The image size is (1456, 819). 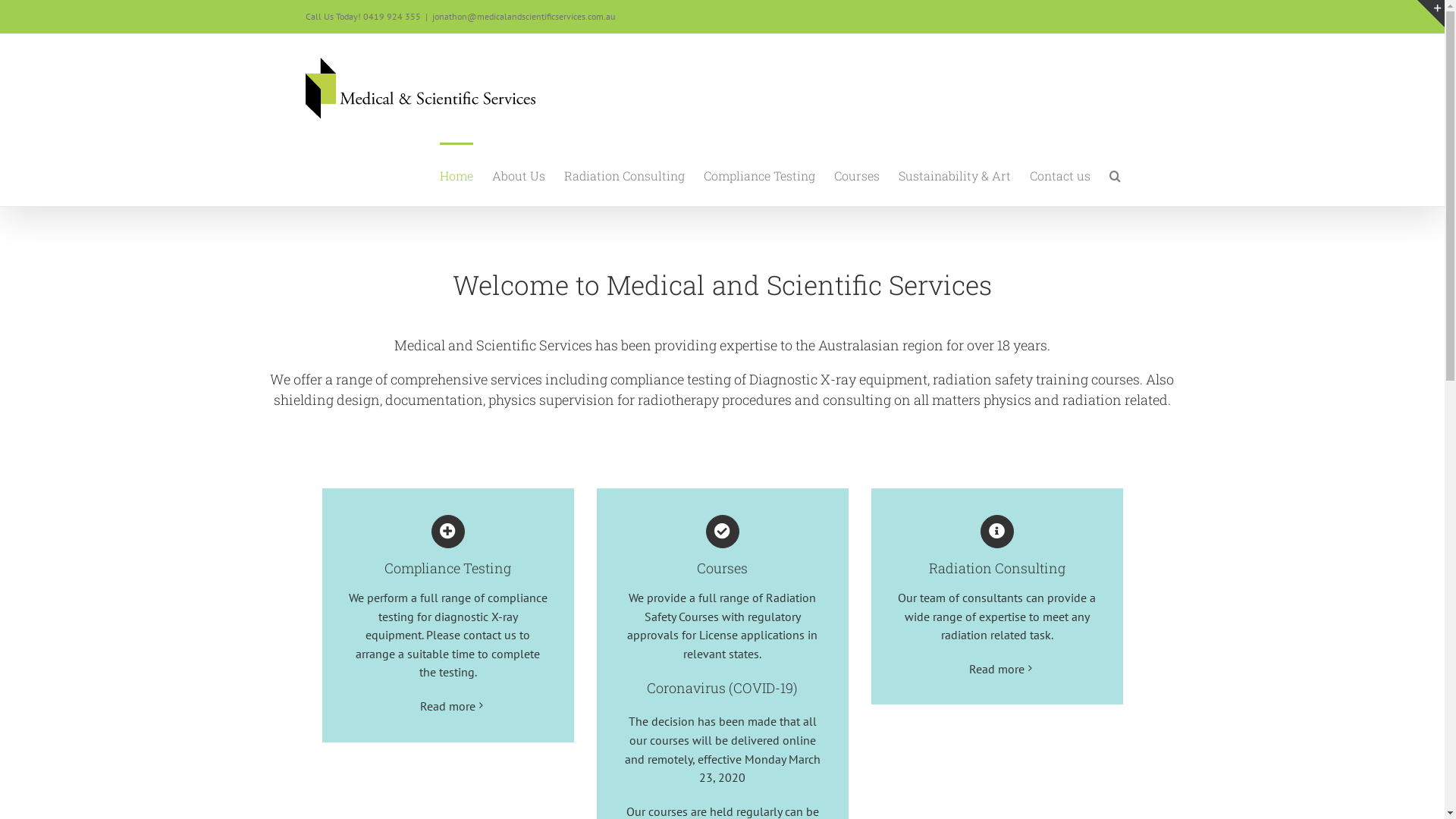 What do you see at coordinates (1429, 14) in the screenshot?
I see `'Toggle Sliding Bar Area'` at bounding box center [1429, 14].